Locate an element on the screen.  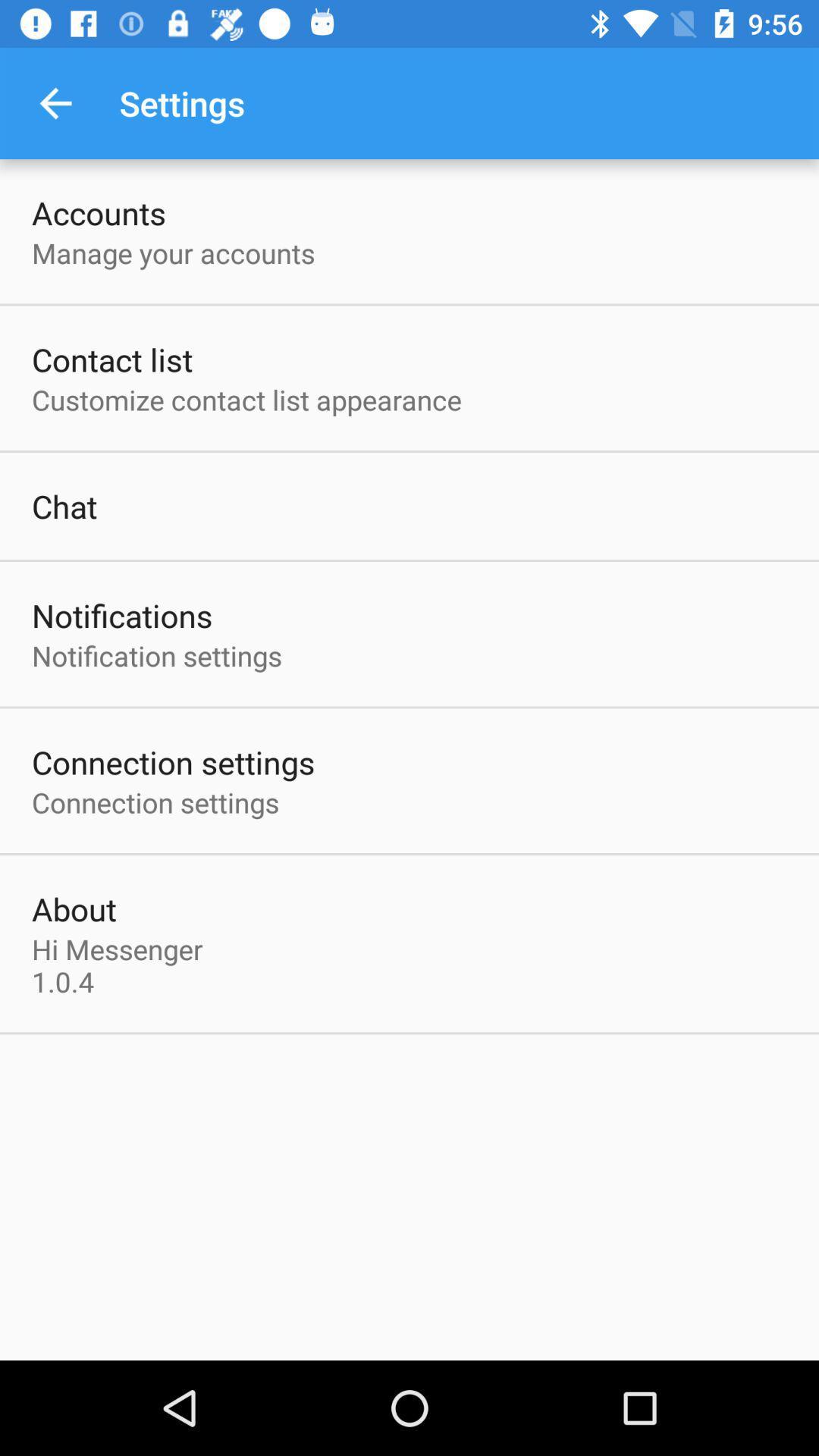
app to the left of settings item is located at coordinates (55, 102).